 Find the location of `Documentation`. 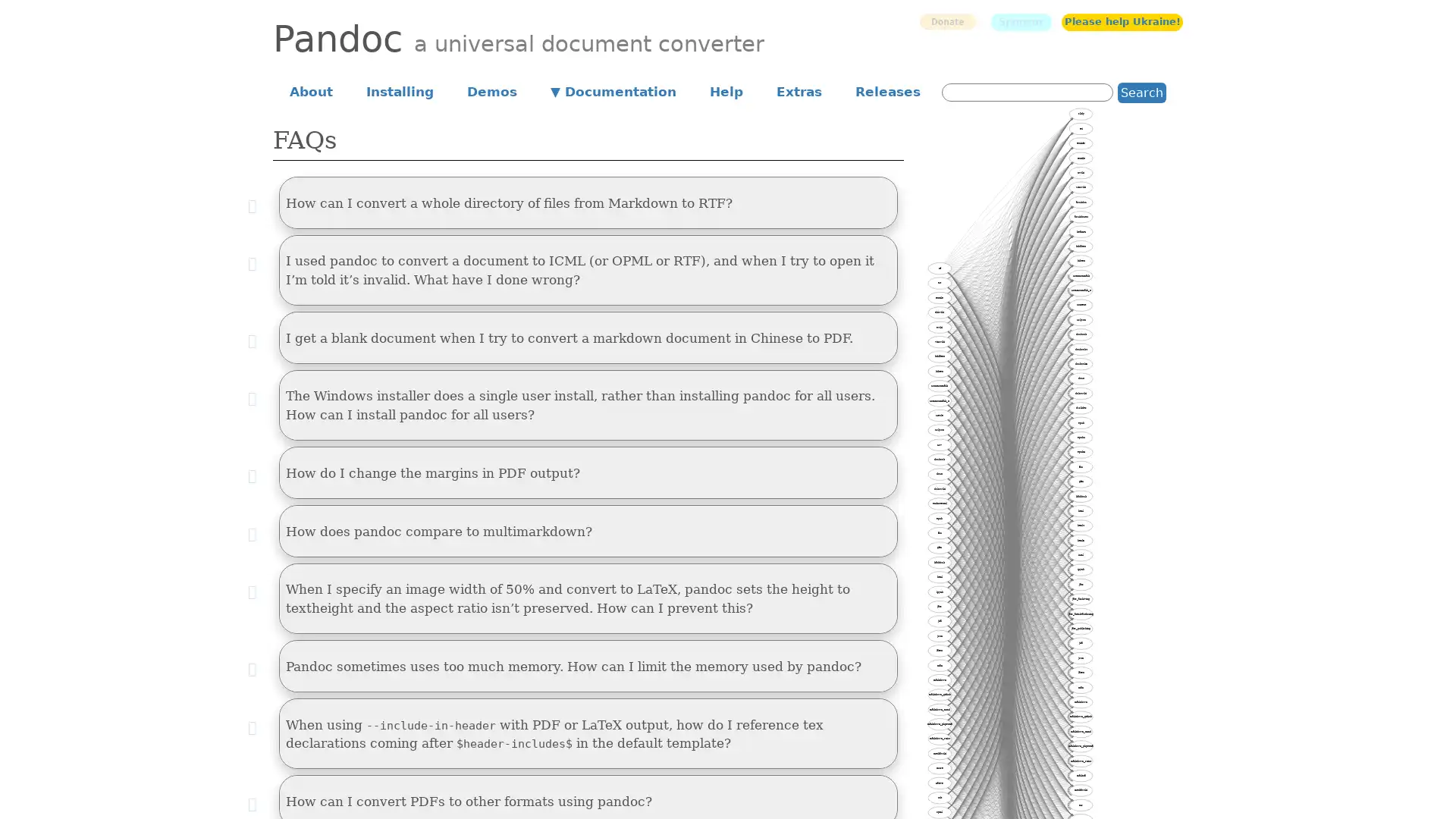

Documentation is located at coordinates (613, 90).